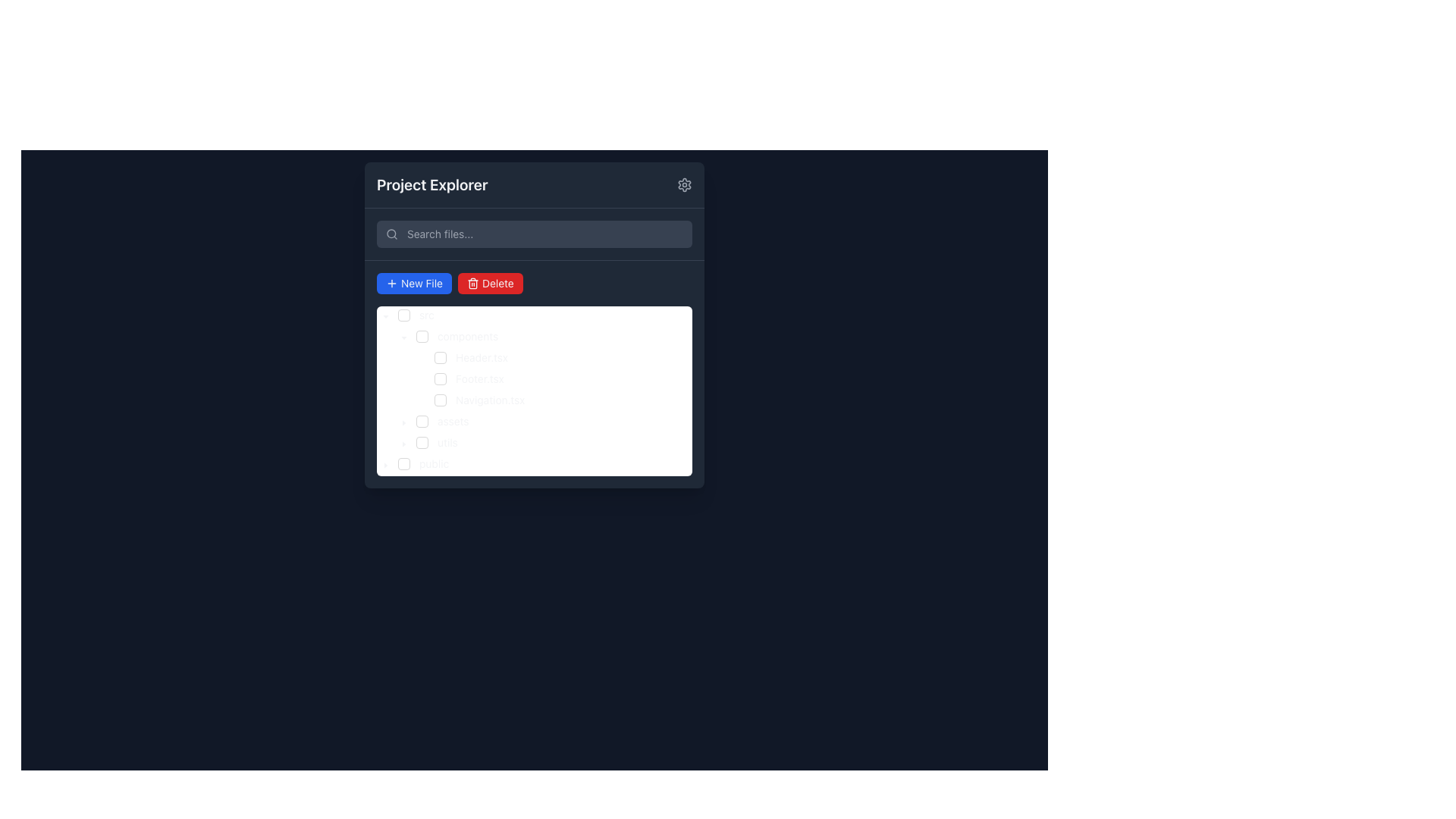 This screenshot has height=819, width=1456. Describe the element at coordinates (683, 184) in the screenshot. I see `the gear-shaped icon located in the top-right corner of the interface, next to the 'Project Explorer' panel` at that location.